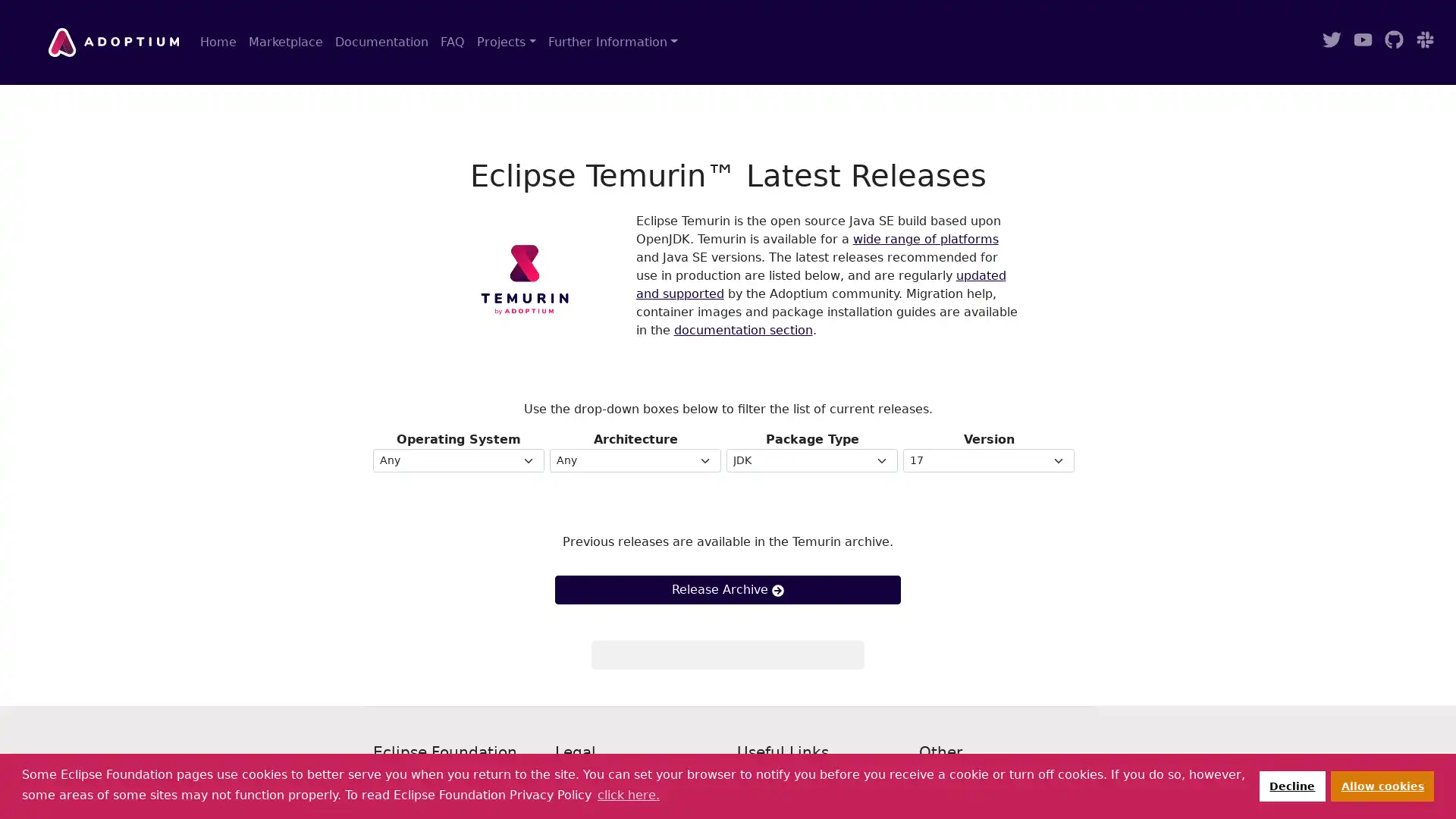 This screenshot has height=819, width=1456. I want to click on Further Information, so click(612, 42).